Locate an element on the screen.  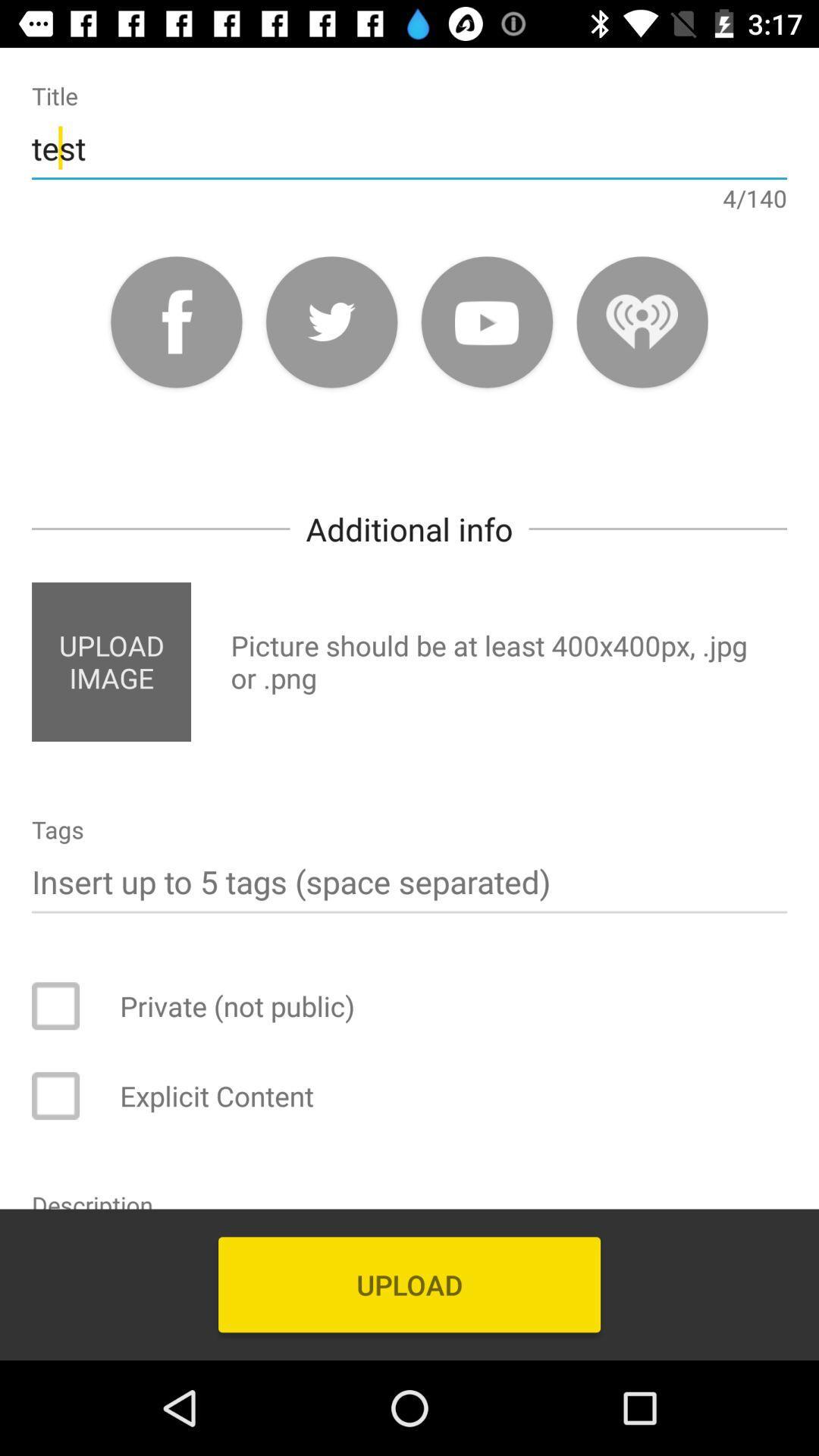
checkbox for selecting private is located at coordinates (65, 1006).